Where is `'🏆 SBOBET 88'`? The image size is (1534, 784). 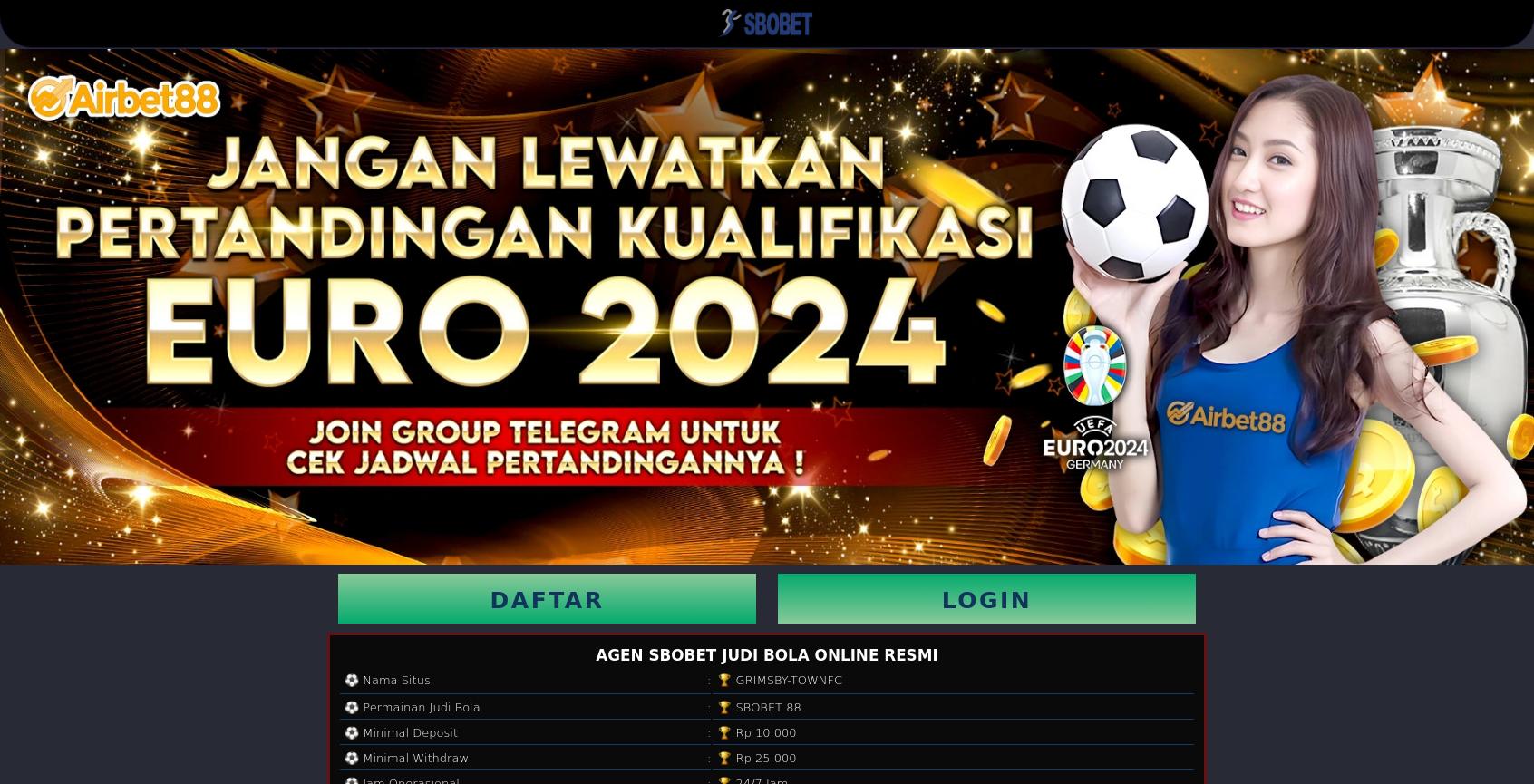
'🏆 SBOBET 88' is located at coordinates (759, 705).